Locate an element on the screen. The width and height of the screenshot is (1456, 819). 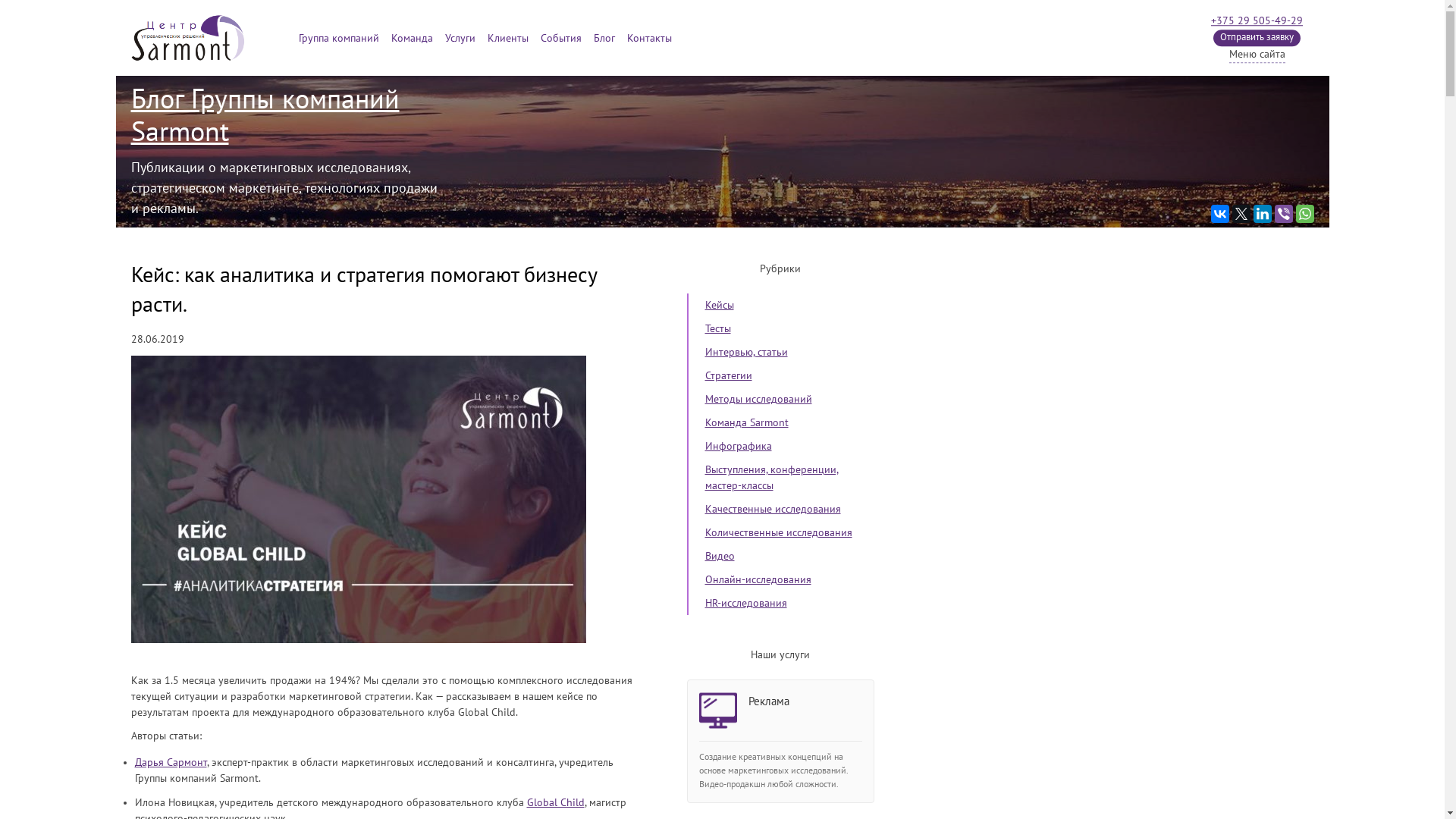
'Global Child' is located at coordinates (554, 802).